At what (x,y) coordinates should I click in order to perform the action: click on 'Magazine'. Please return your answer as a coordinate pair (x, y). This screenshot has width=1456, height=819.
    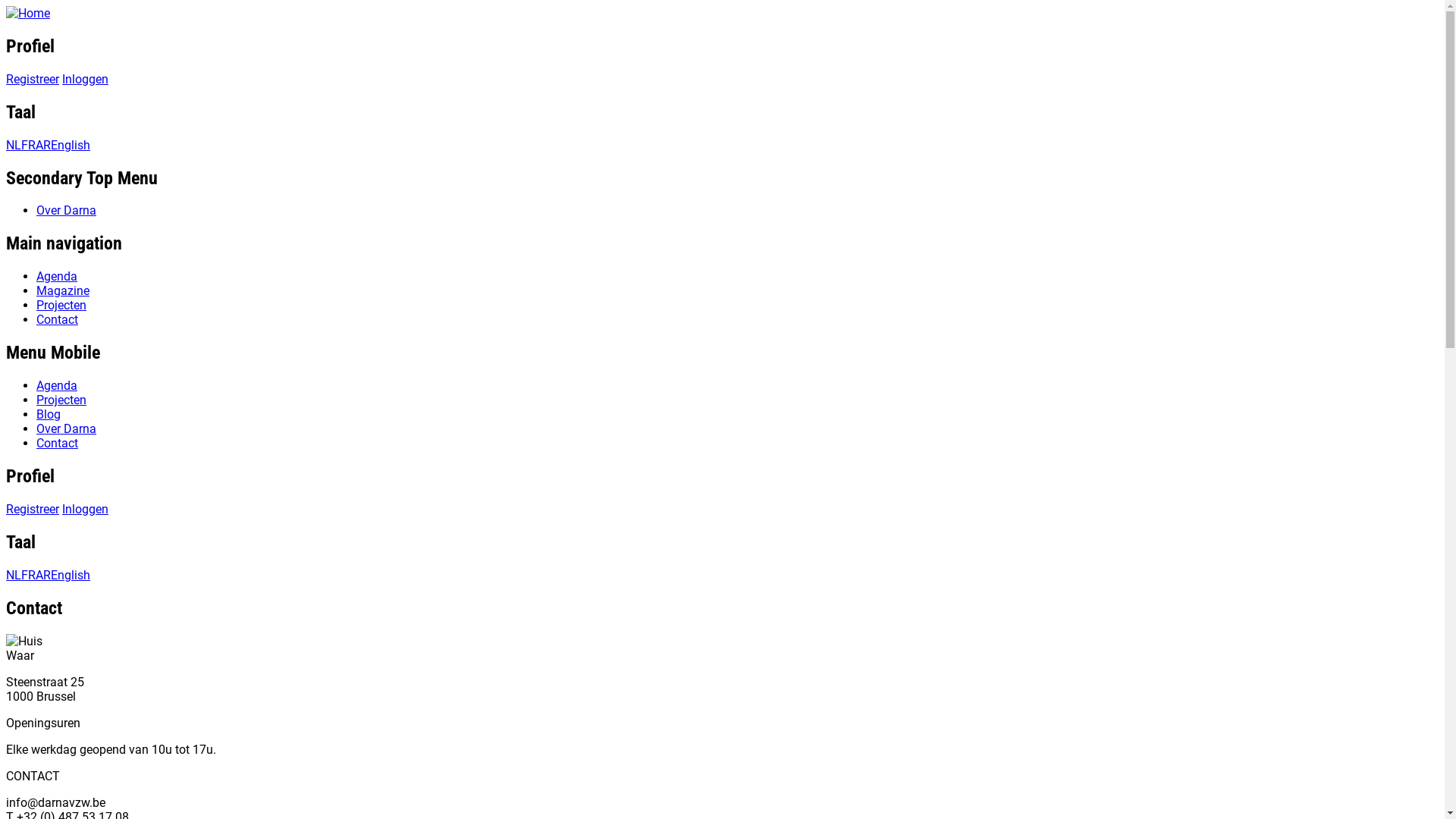
    Looking at the image, I should click on (36, 290).